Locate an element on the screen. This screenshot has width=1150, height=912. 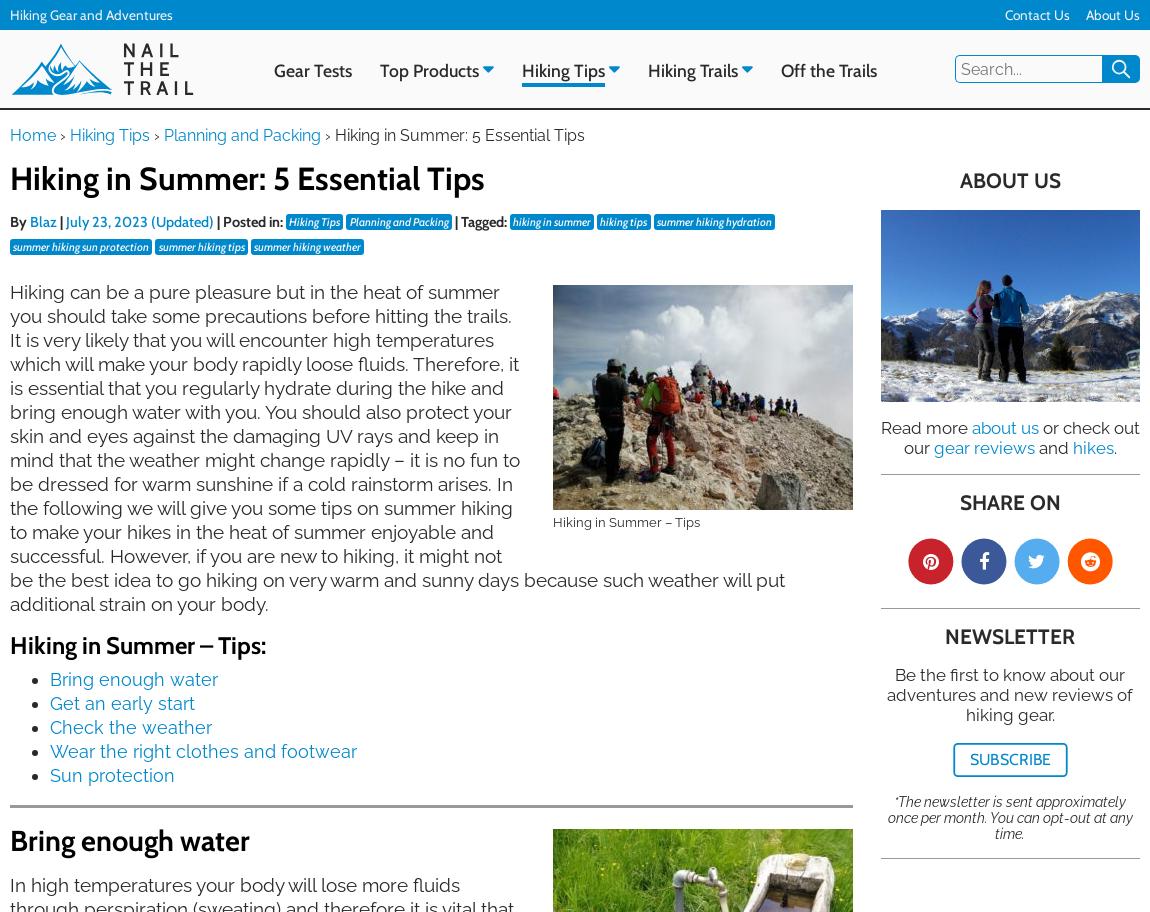
'Hiking in Summer – Tips' is located at coordinates (624, 520).